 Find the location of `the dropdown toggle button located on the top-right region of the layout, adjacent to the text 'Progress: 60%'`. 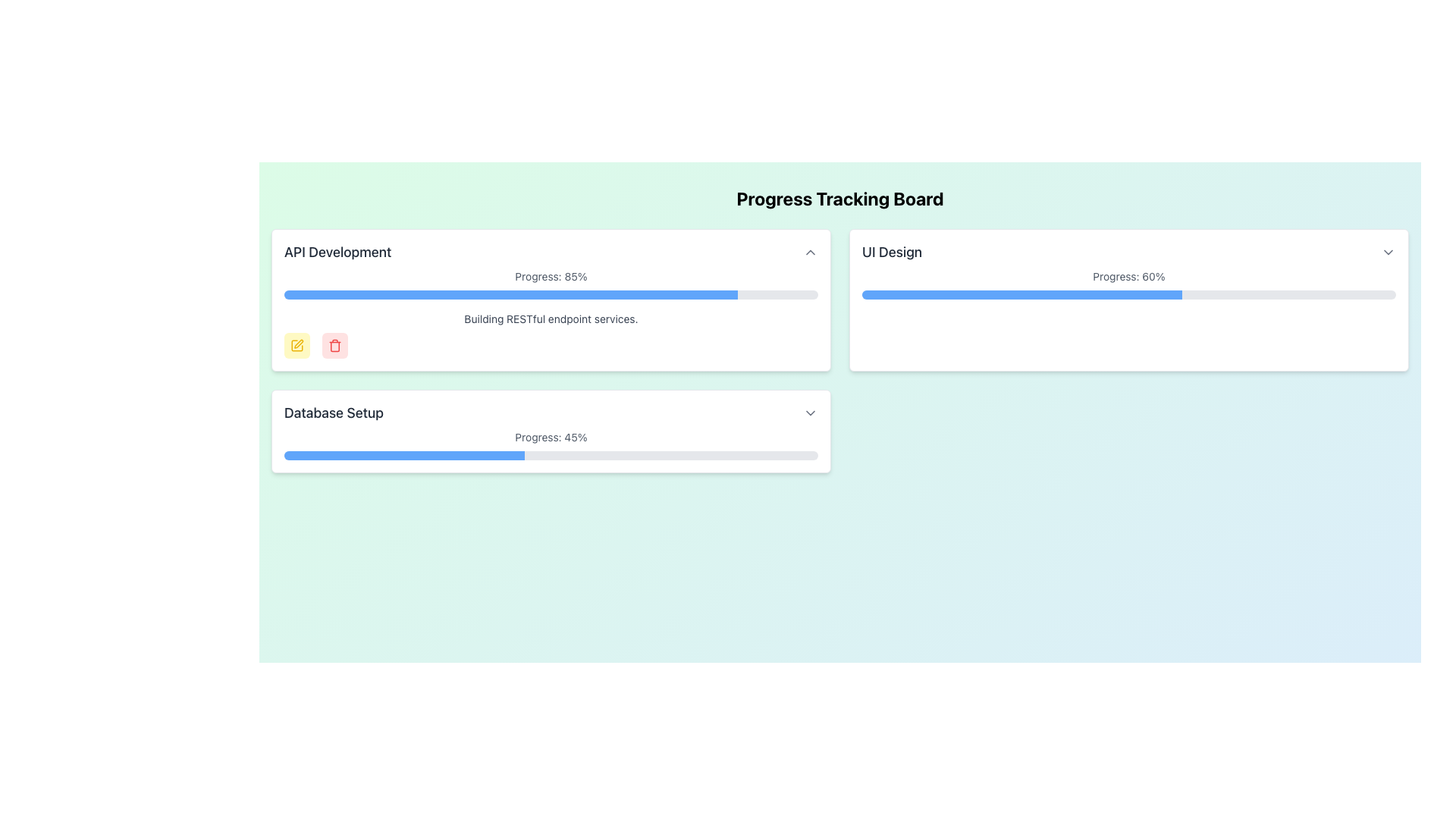

the dropdown toggle button located on the top-right region of the layout, adjacent to the text 'Progress: 60%' is located at coordinates (1388, 251).